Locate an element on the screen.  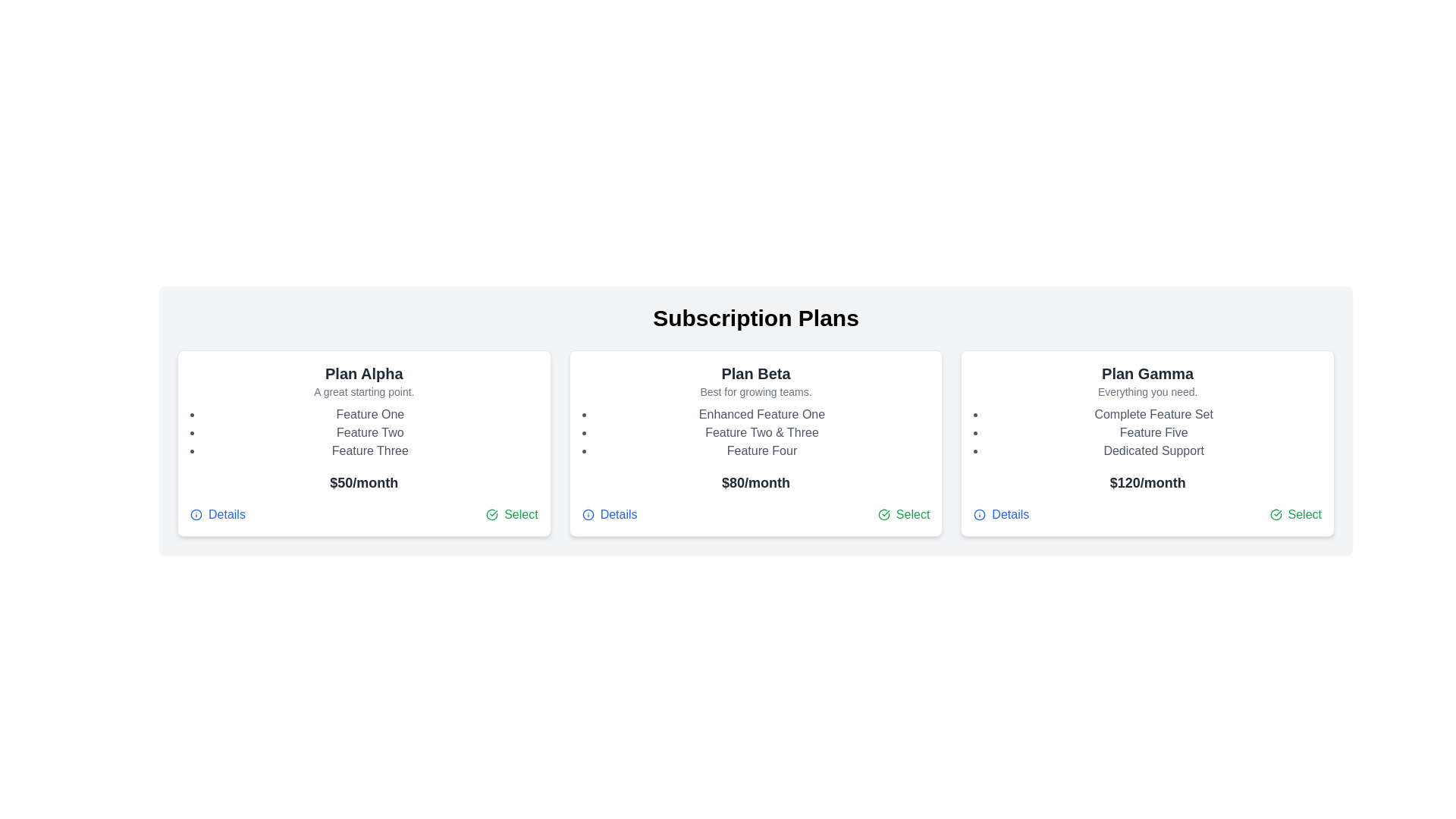
the text label displaying 'Feature One', which is the first item in a vertical bullet-point list within the 'Plan Alpha' section is located at coordinates (370, 415).